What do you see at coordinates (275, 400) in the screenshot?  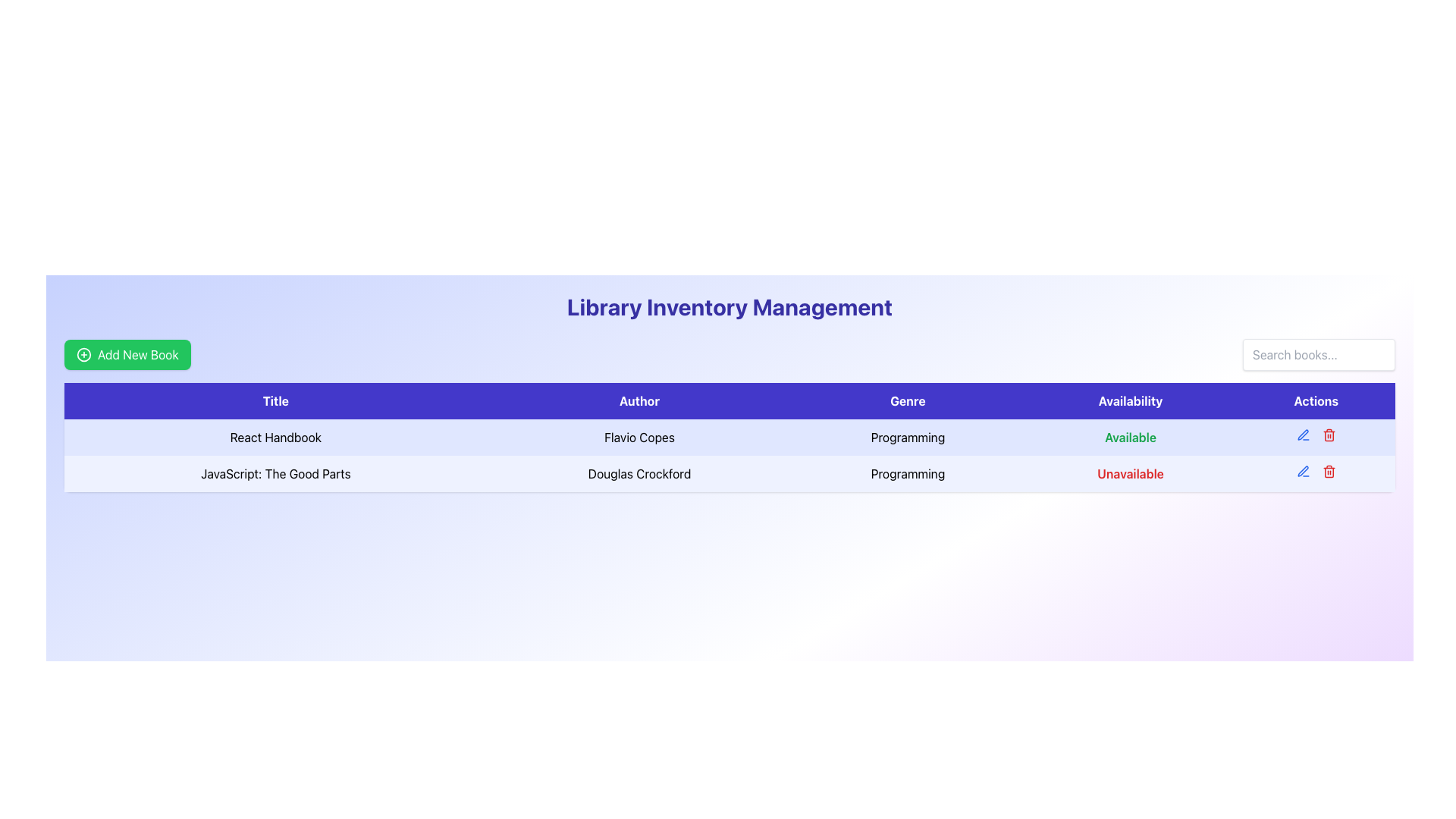 I see `text from the header labeled 'Title', which is styled with a vibrant blue background and white bold sans-serif font, located in the leftmost column of the header row` at bounding box center [275, 400].